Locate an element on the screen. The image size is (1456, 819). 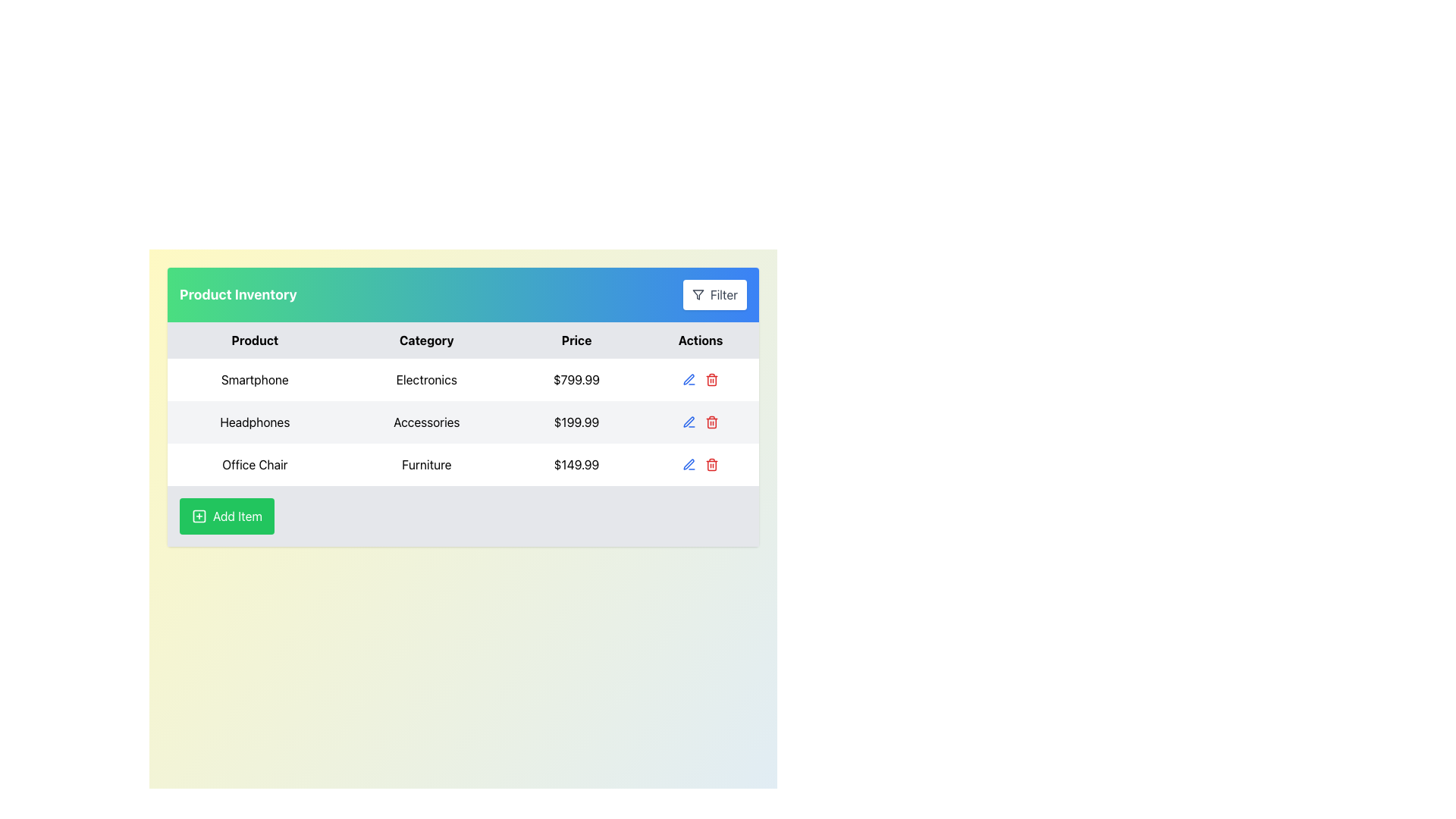
the decorative icon on the green 'Add Item' button located at the bottom left corner of the product inventory section is located at coordinates (199, 516).